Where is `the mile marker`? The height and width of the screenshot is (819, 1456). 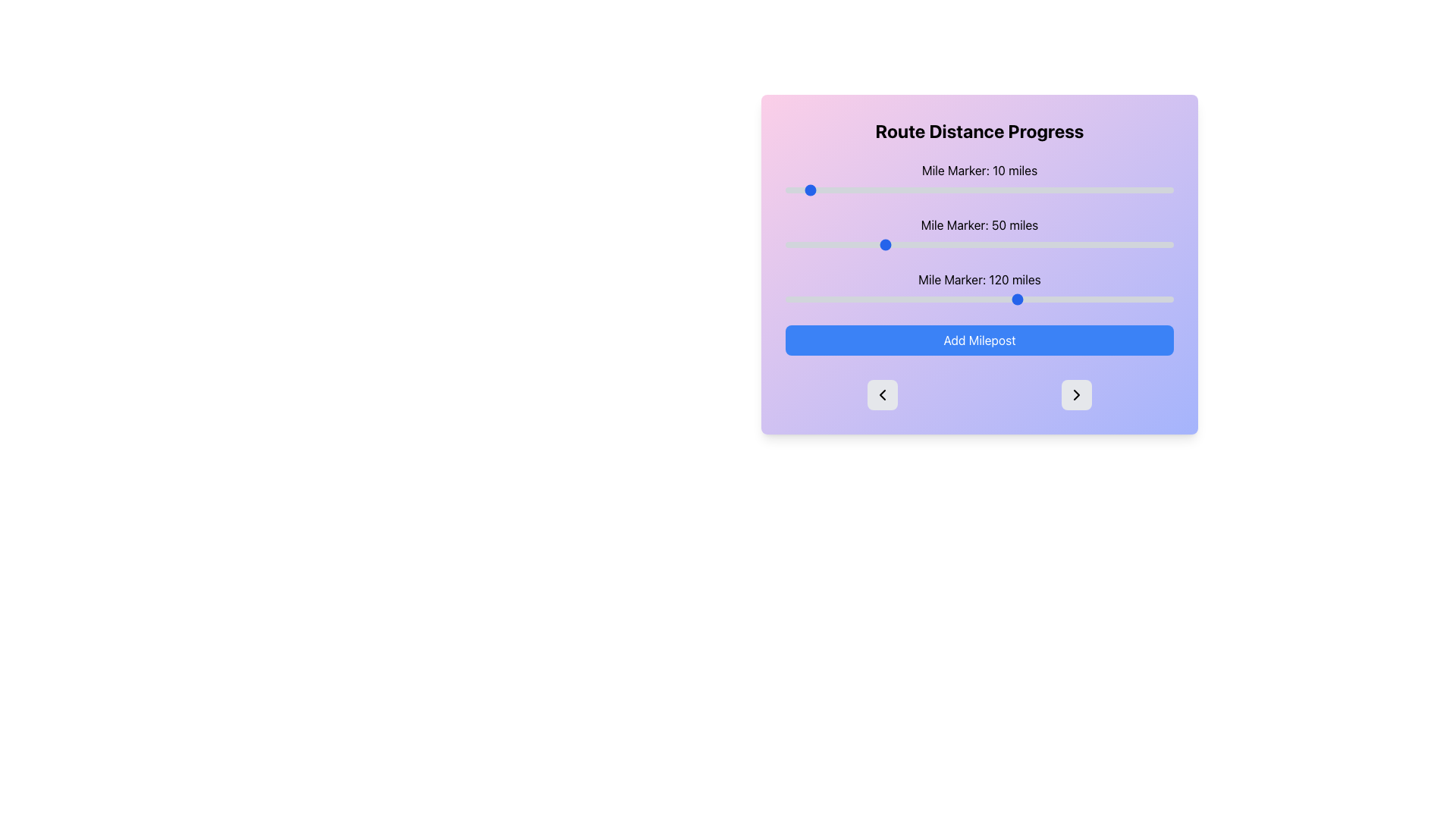
the mile marker is located at coordinates (814, 244).